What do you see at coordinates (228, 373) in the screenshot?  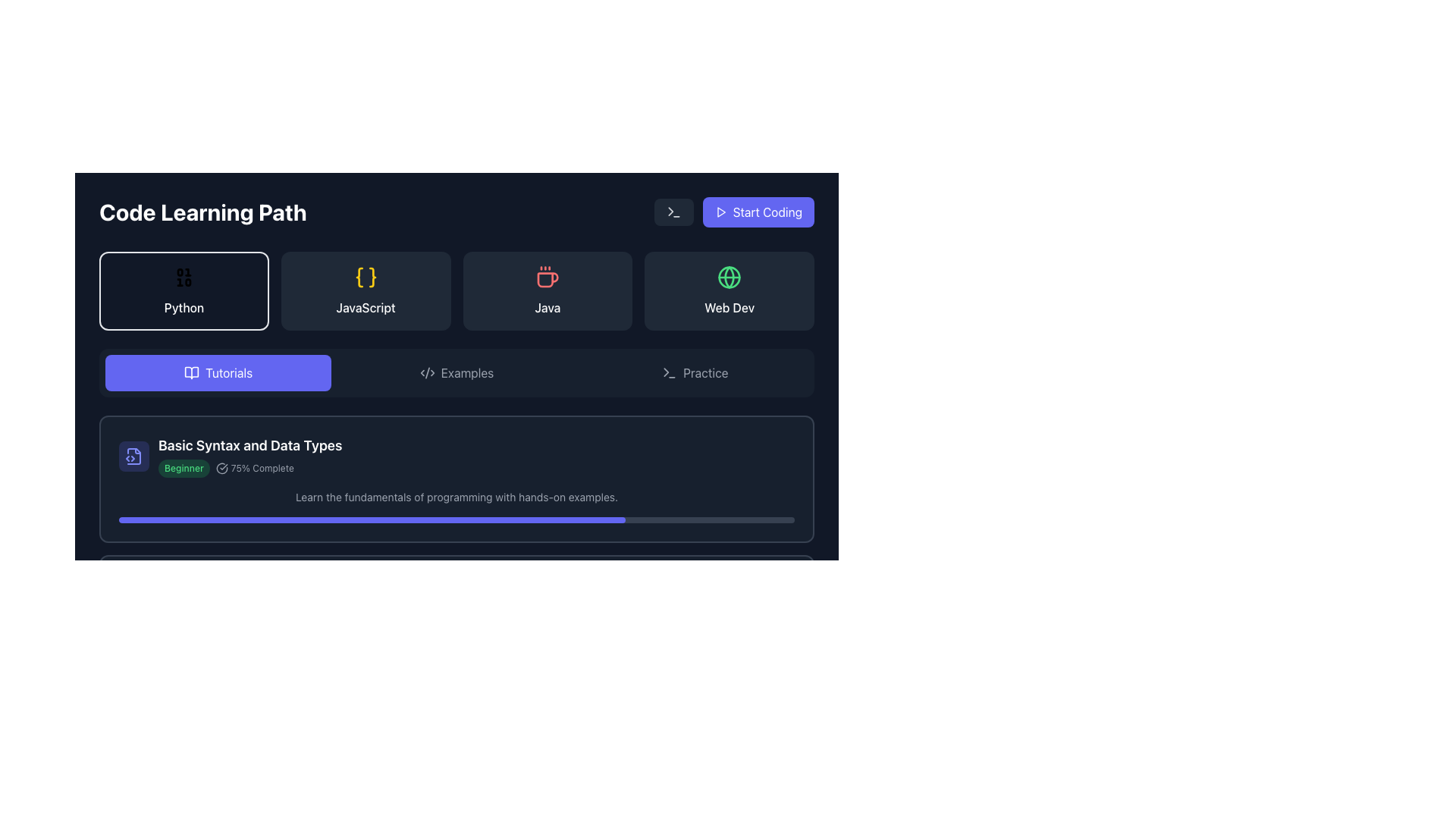 I see `the 'Tutorials' text label, which is displayed in bold white font on a blue button background, located near the middle-left of the interface` at bounding box center [228, 373].